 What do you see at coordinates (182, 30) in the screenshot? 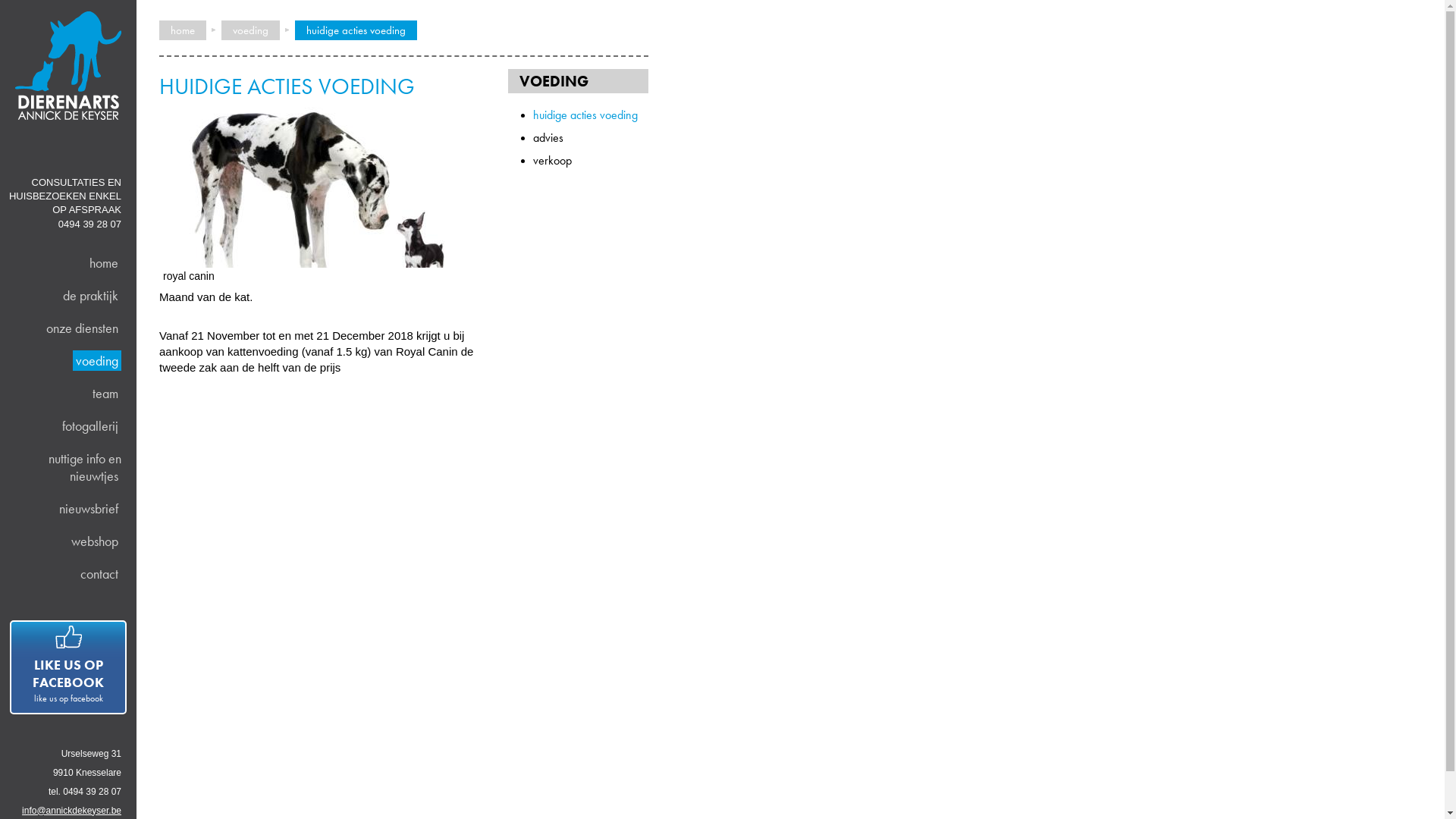
I see `'home'` at bounding box center [182, 30].